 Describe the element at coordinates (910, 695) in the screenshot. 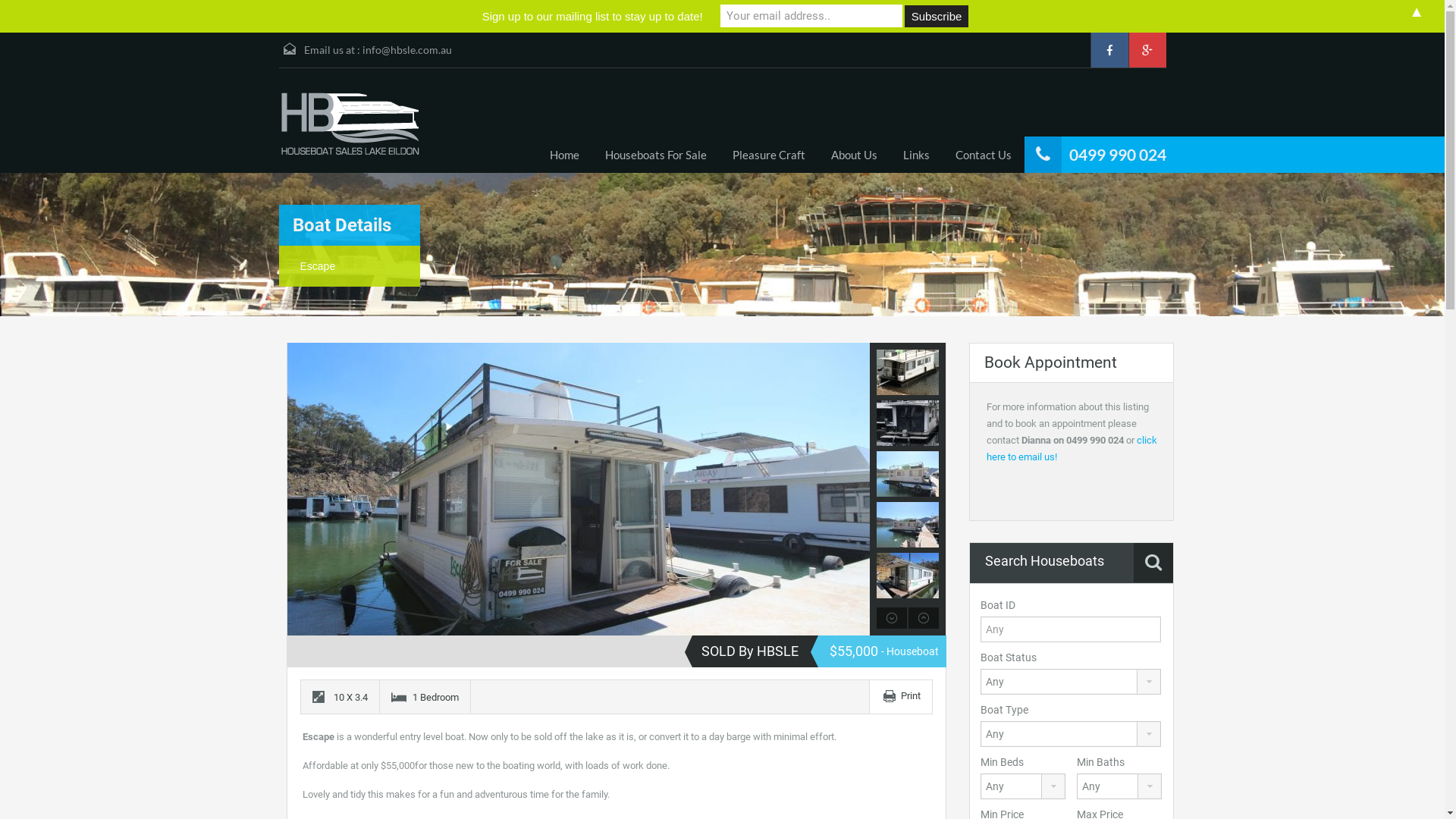

I see `'Print'` at that location.